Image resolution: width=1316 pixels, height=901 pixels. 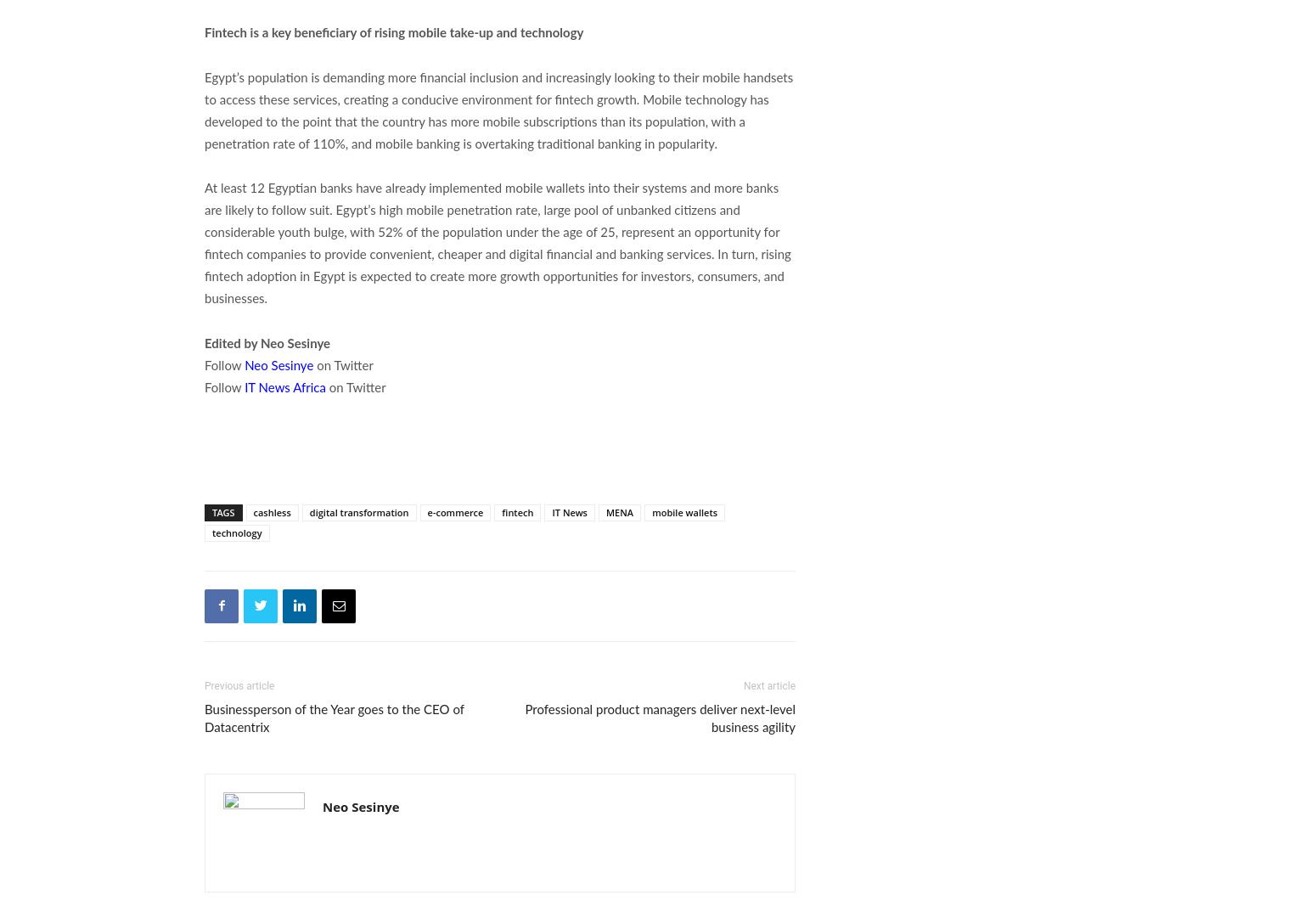 What do you see at coordinates (237, 531) in the screenshot?
I see `'technology'` at bounding box center [237, 531].